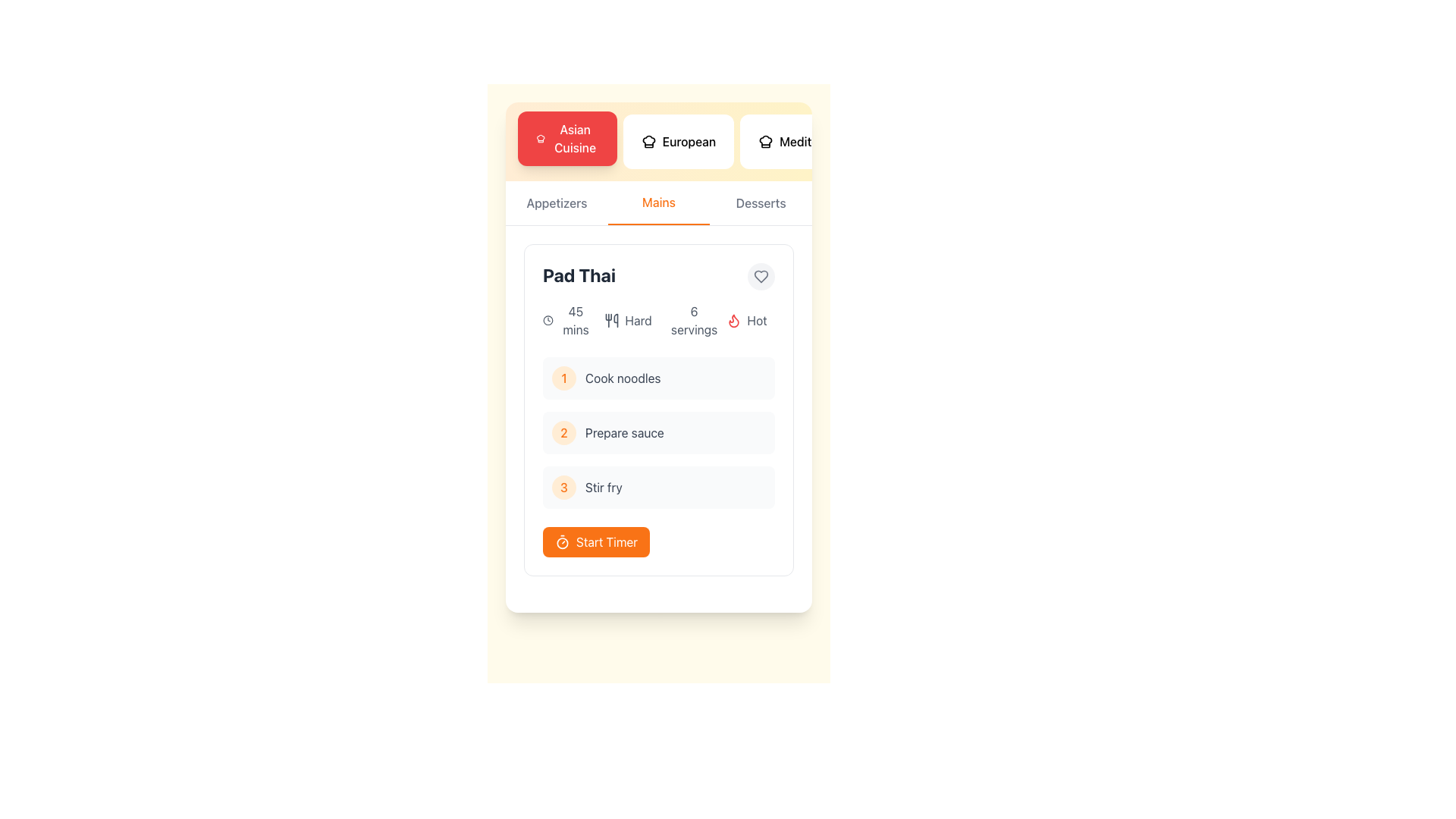 This screenshot has height=819, width=1456. I want to click on the favorite icon located to the right of the 'Pad Thai' title in the main recipe card, so click(761, 277).